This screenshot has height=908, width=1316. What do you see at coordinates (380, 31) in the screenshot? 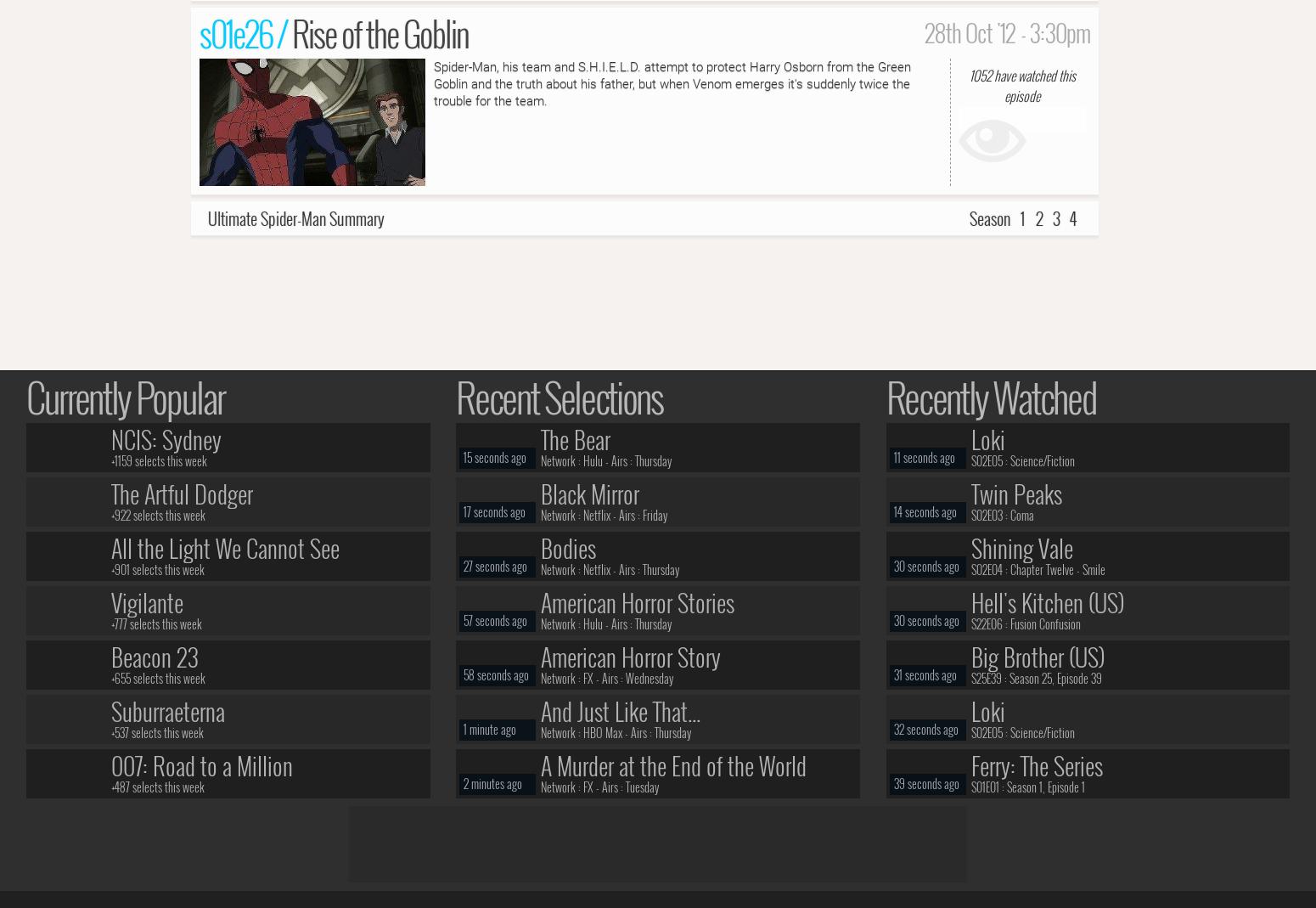
I see `'Rise of the Goblin'` at bounding box center [380, 31].